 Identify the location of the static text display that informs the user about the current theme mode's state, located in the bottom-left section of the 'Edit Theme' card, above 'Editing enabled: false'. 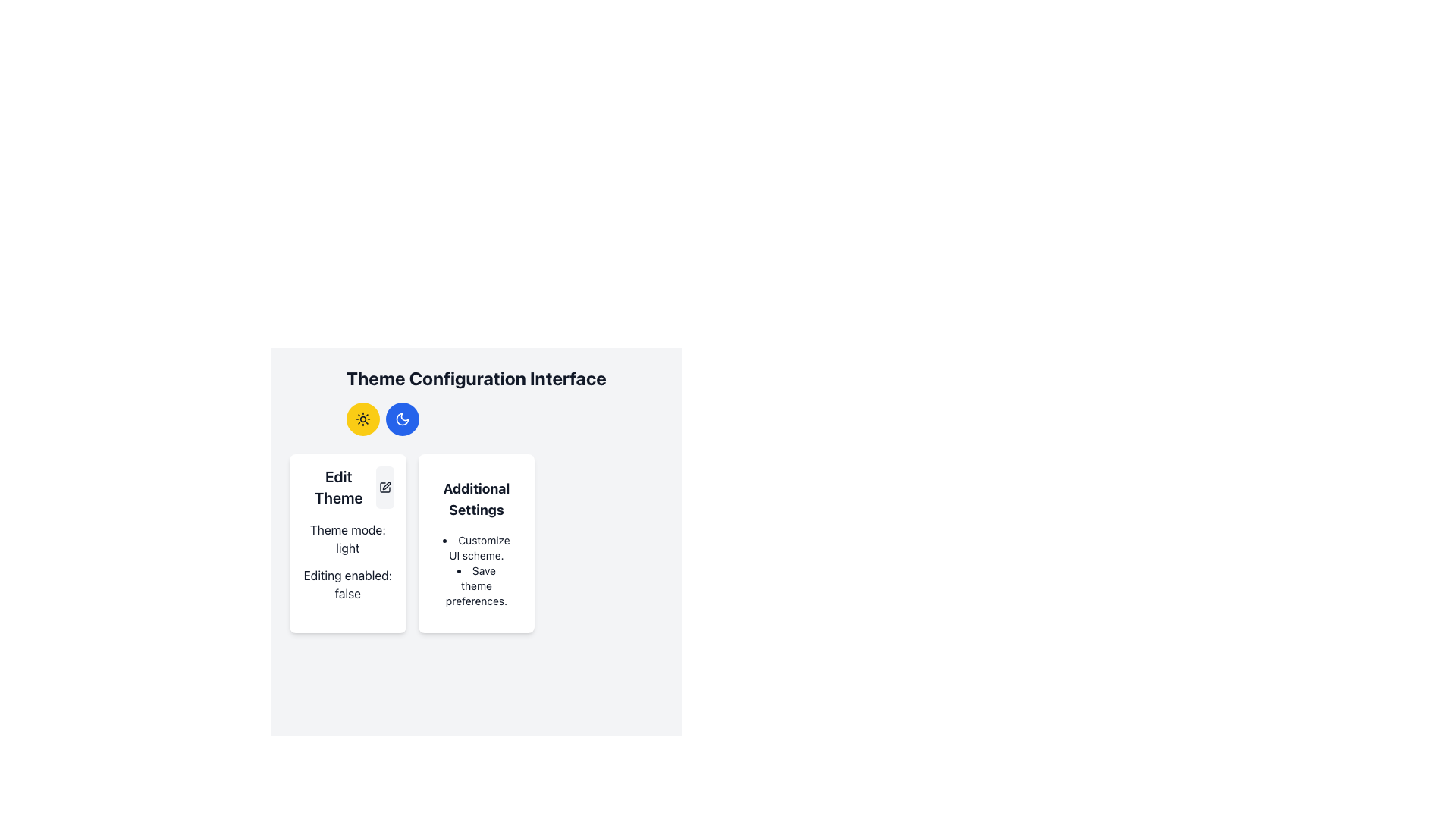
(347, 538).